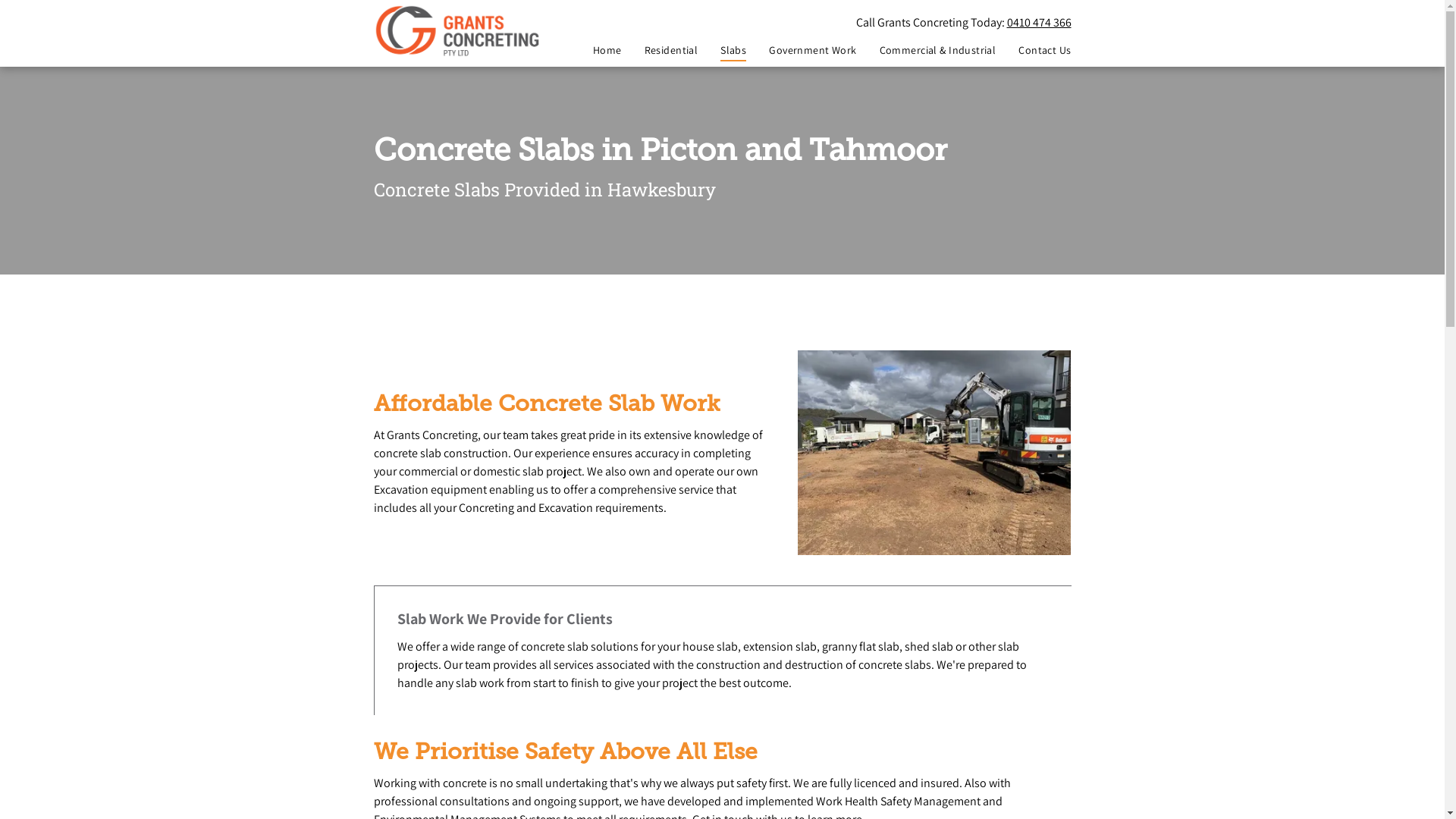 The width and height of the screenshot is (1456, 819). I want to click on 'Home', so click(595, 49).